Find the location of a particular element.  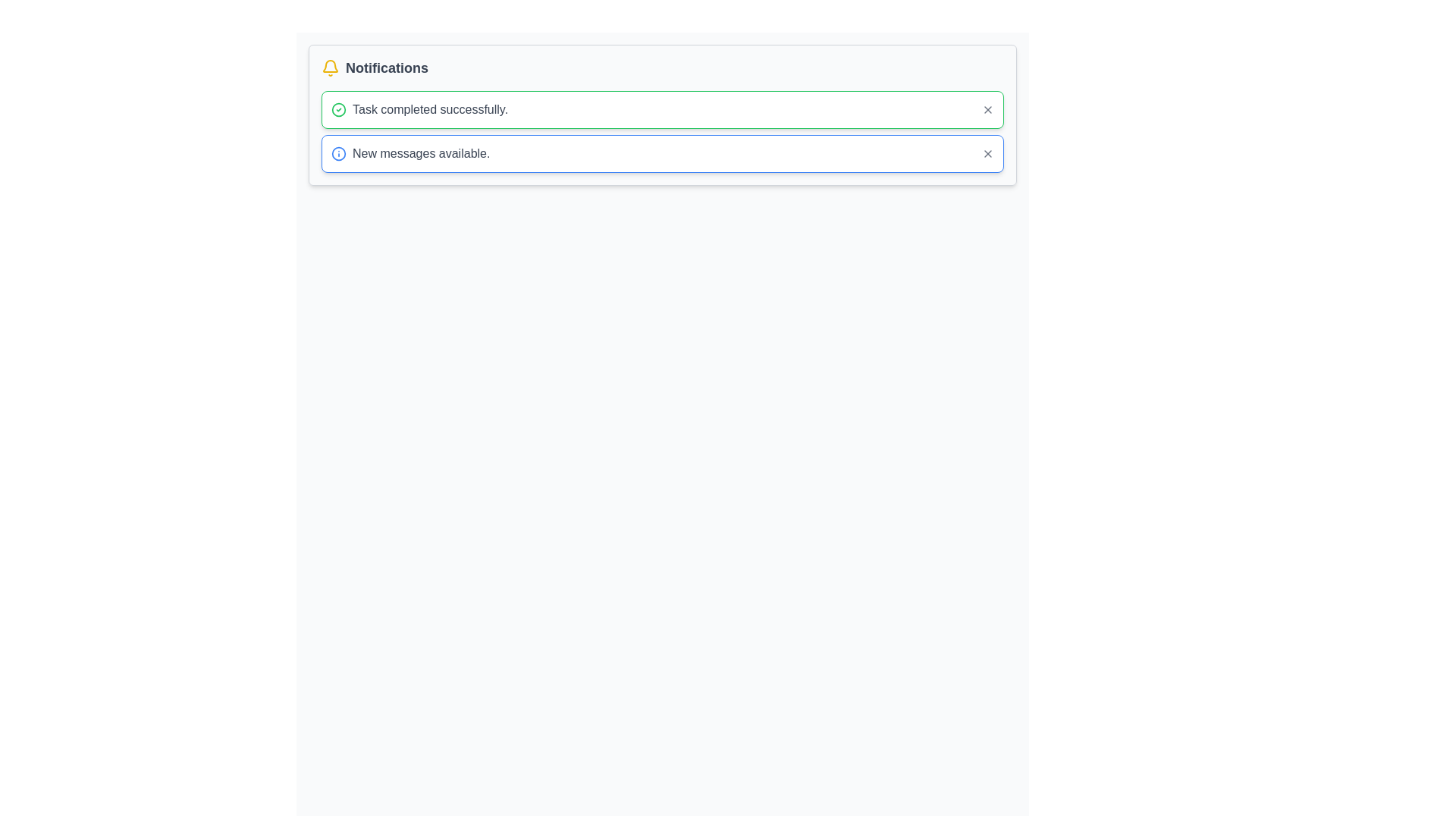

the SVG circle element that serves as the base structure for the icon in the upper right corner of the notification card is located at coordinates (337, 154).